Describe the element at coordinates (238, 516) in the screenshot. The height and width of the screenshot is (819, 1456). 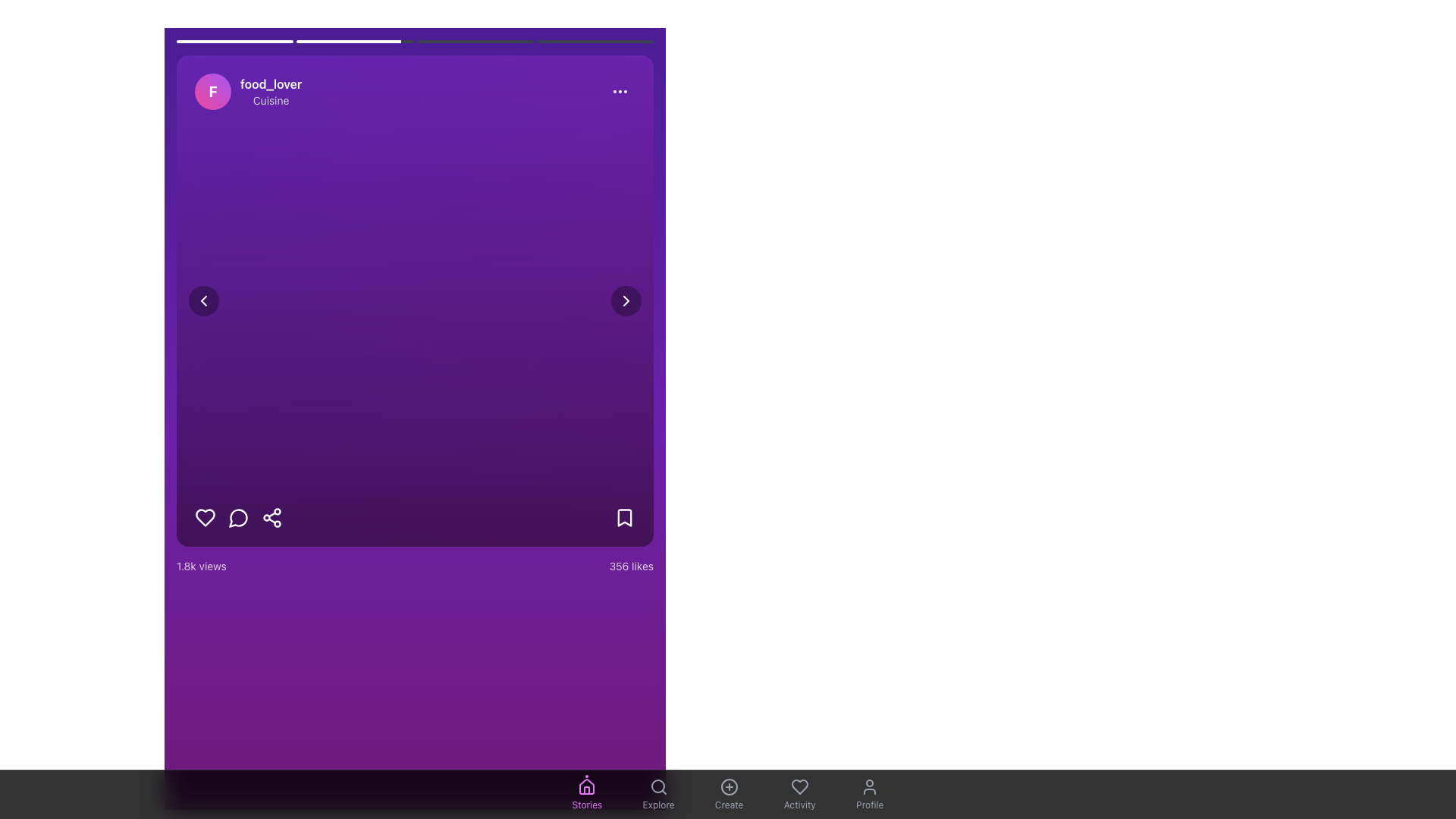
I see `the middle icon button resembling a speech bubble in the lower section of the main content area` at that location.